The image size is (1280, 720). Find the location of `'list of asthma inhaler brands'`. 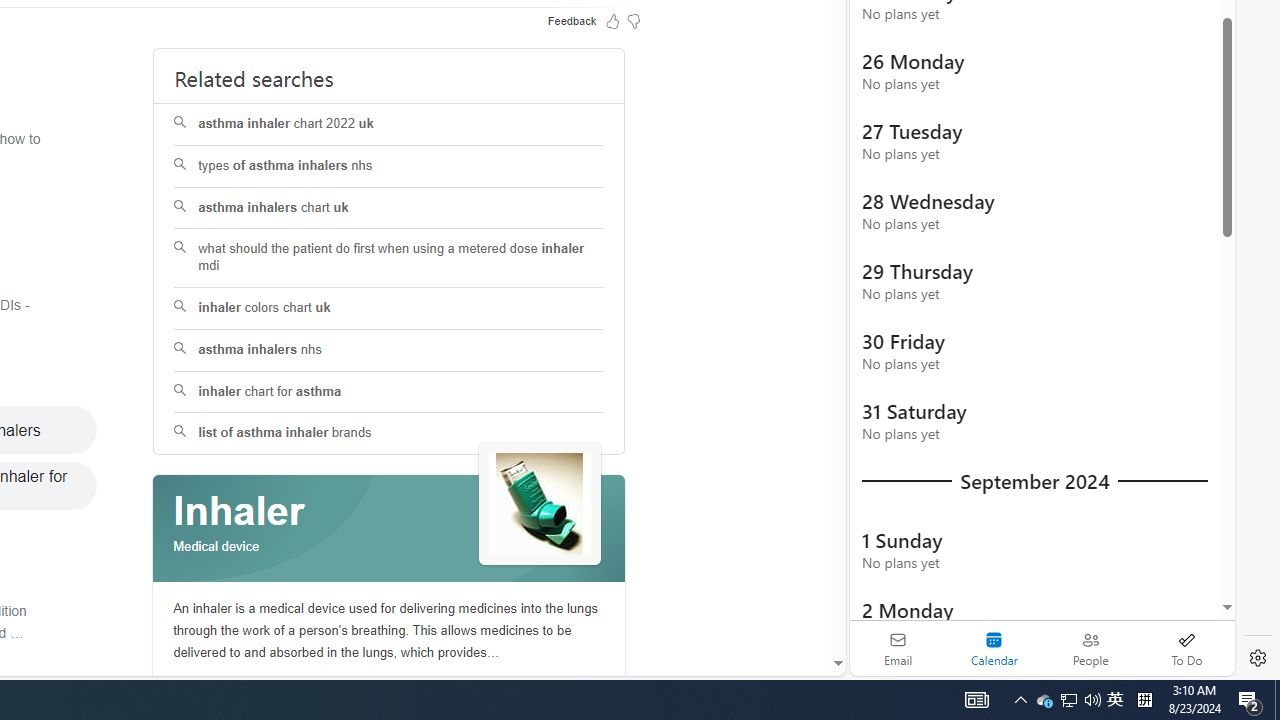

'list of asthma inhaler brands' is located at coordinates (389, 433).